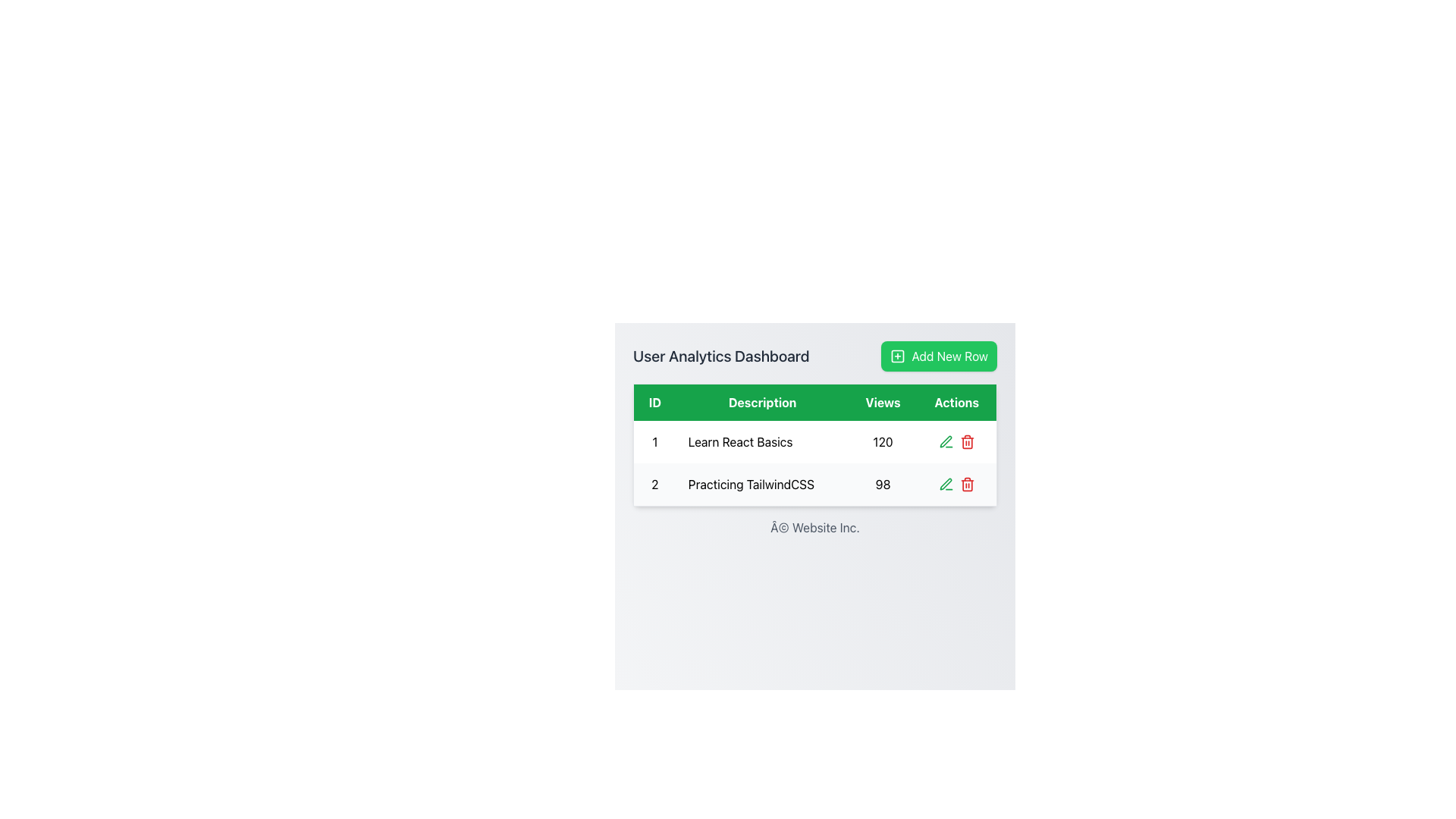 This screenshot has width=1456, height=819. Describe the element at coordinates (762, 485) in the screenshot. I see `the descriptive text element located in the second row of the 'Description' column of the table` at that location.